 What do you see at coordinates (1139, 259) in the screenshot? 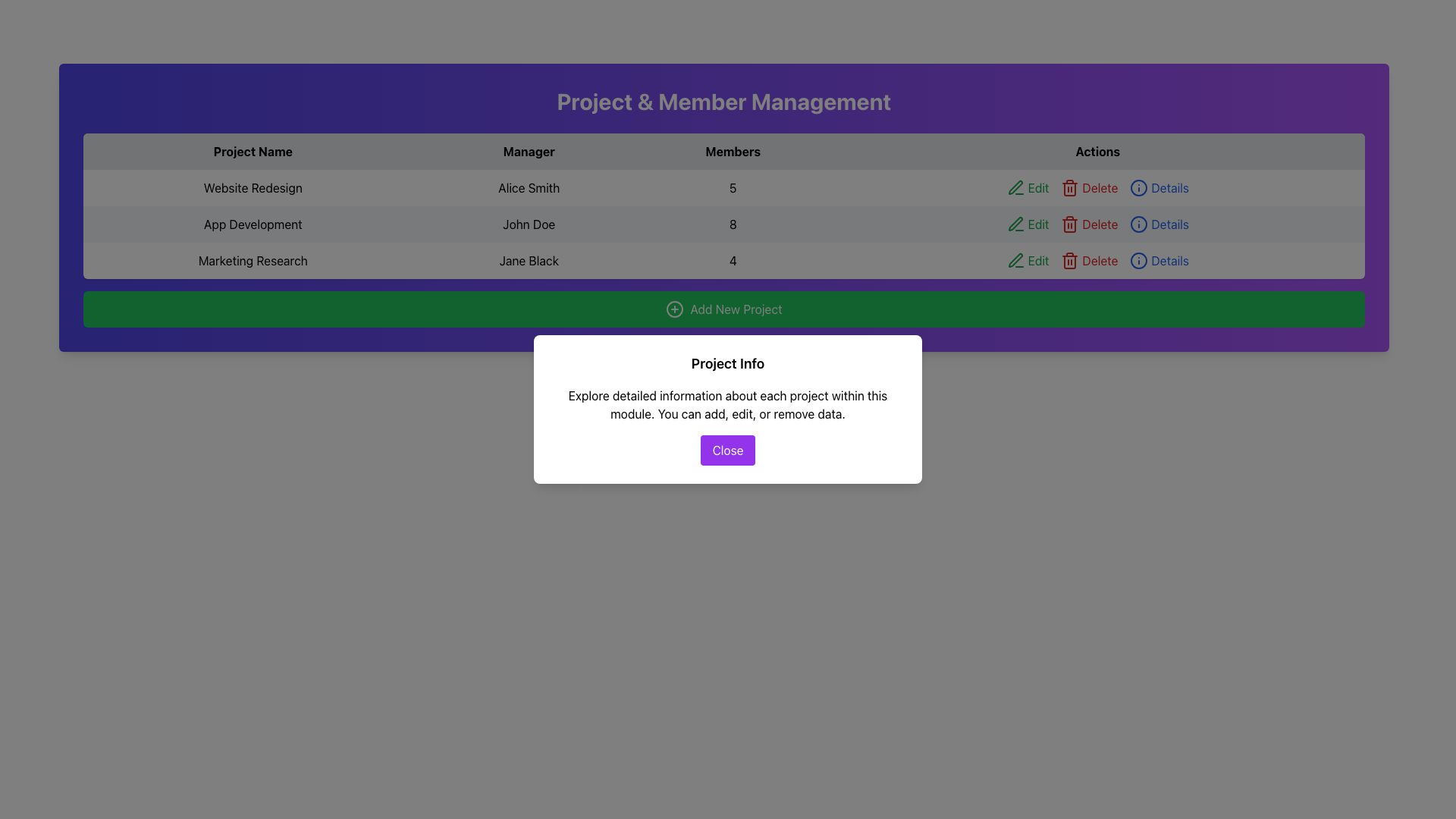
I see `the informational icon located in the 'Actions' column of the third item in the table` at bounding box center [1139, 259].